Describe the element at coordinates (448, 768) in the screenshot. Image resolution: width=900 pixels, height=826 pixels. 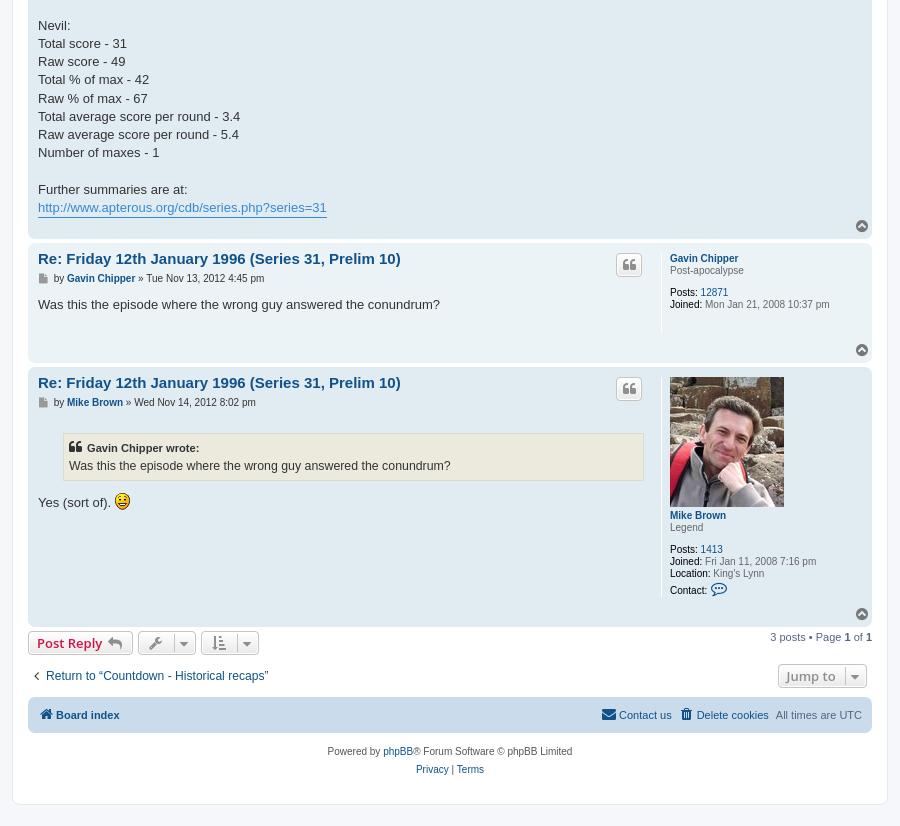
I see `'|'` at that location.